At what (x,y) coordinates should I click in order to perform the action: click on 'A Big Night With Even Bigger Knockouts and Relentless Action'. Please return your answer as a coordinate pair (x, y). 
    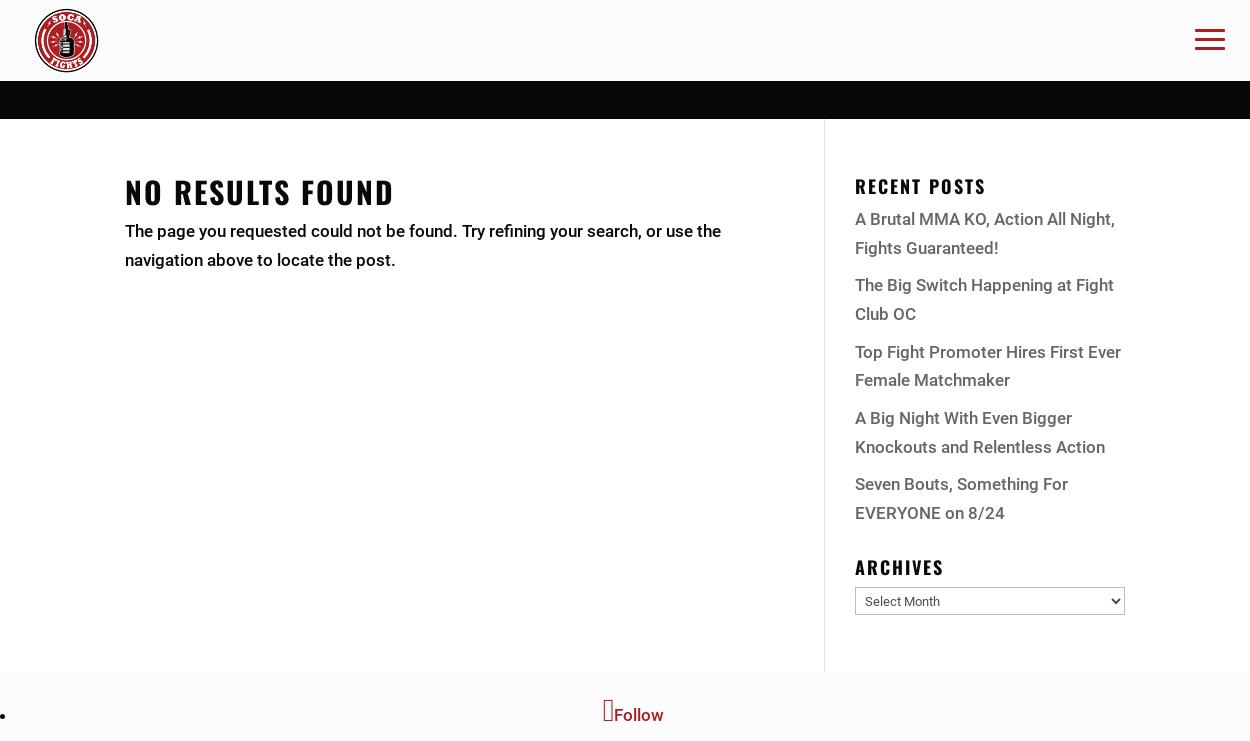
    Looking at the image, I should click on (979, 431).